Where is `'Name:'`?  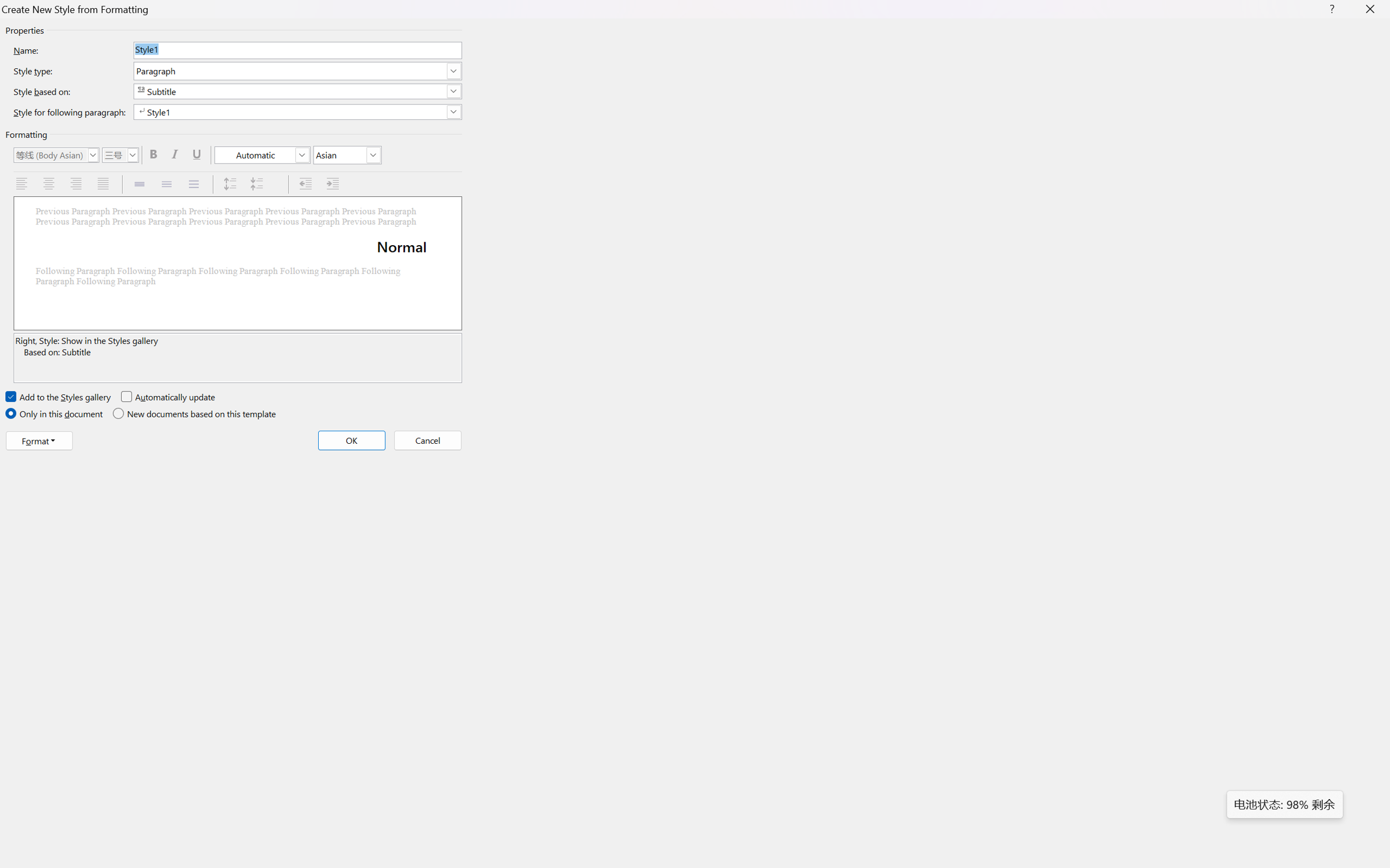
'Name:' is located at coordinates (296, 50).